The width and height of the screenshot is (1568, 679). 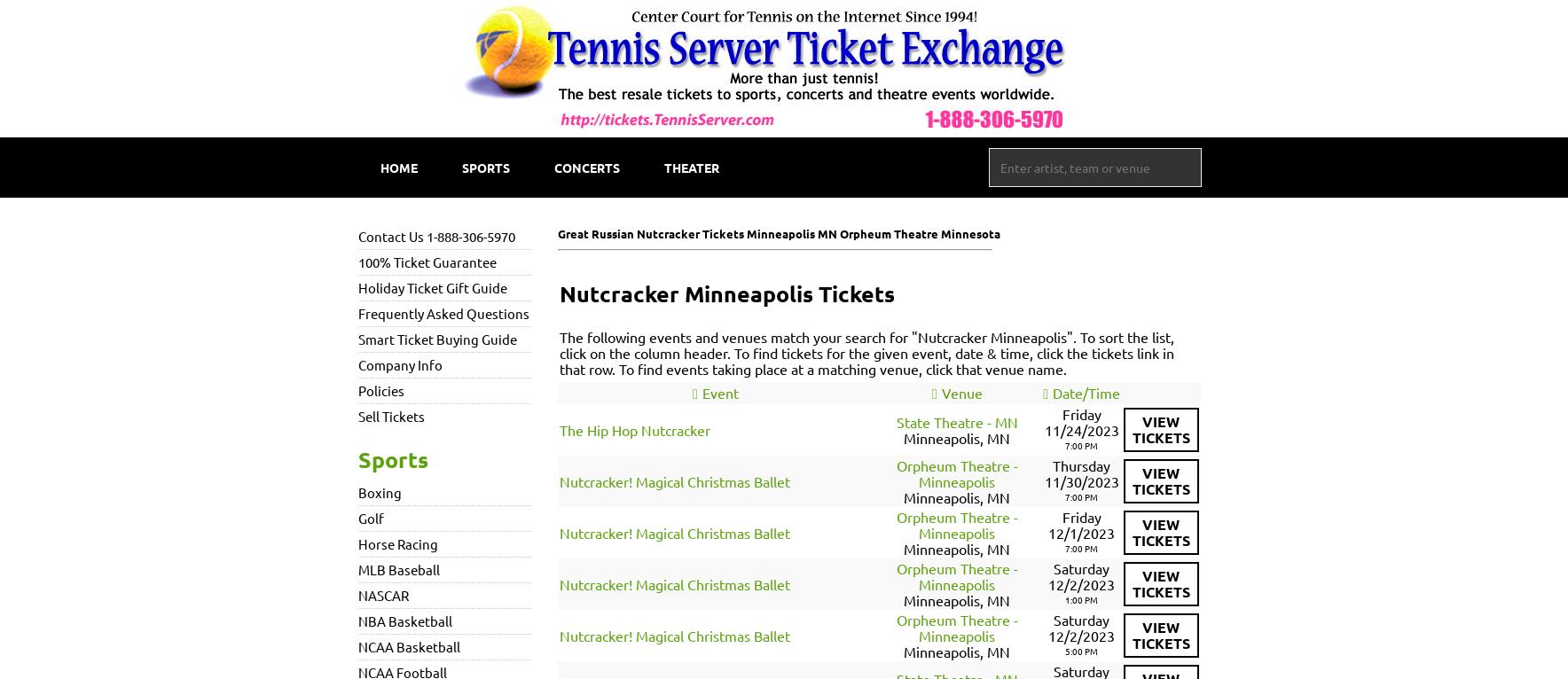 What do you see at coordinates (1081, 651) in the screenshot?
I see `'5:00 PM'` at bounding box center [1081, 651].